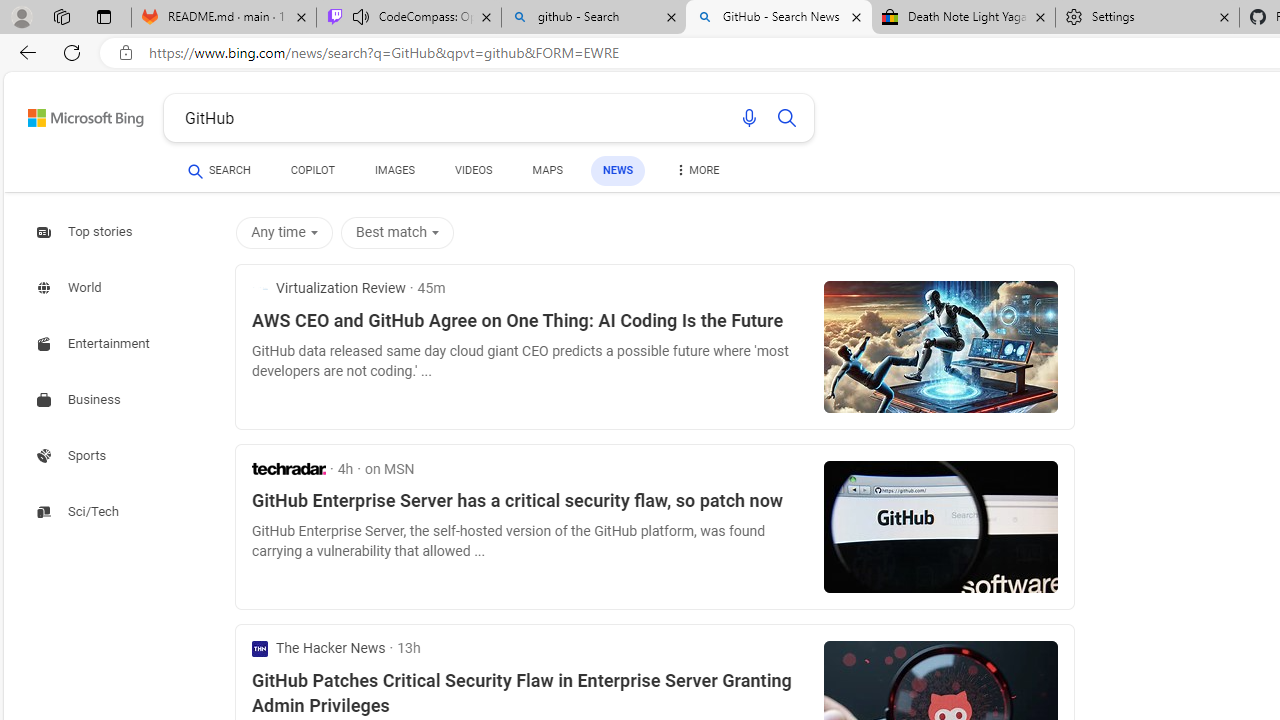 This screenshot has width=1280, height=720. What do you see at coordinates (778, 17) in the screenshot?
I see `'GitHub - Search News'` at bounding box center [778, 17].